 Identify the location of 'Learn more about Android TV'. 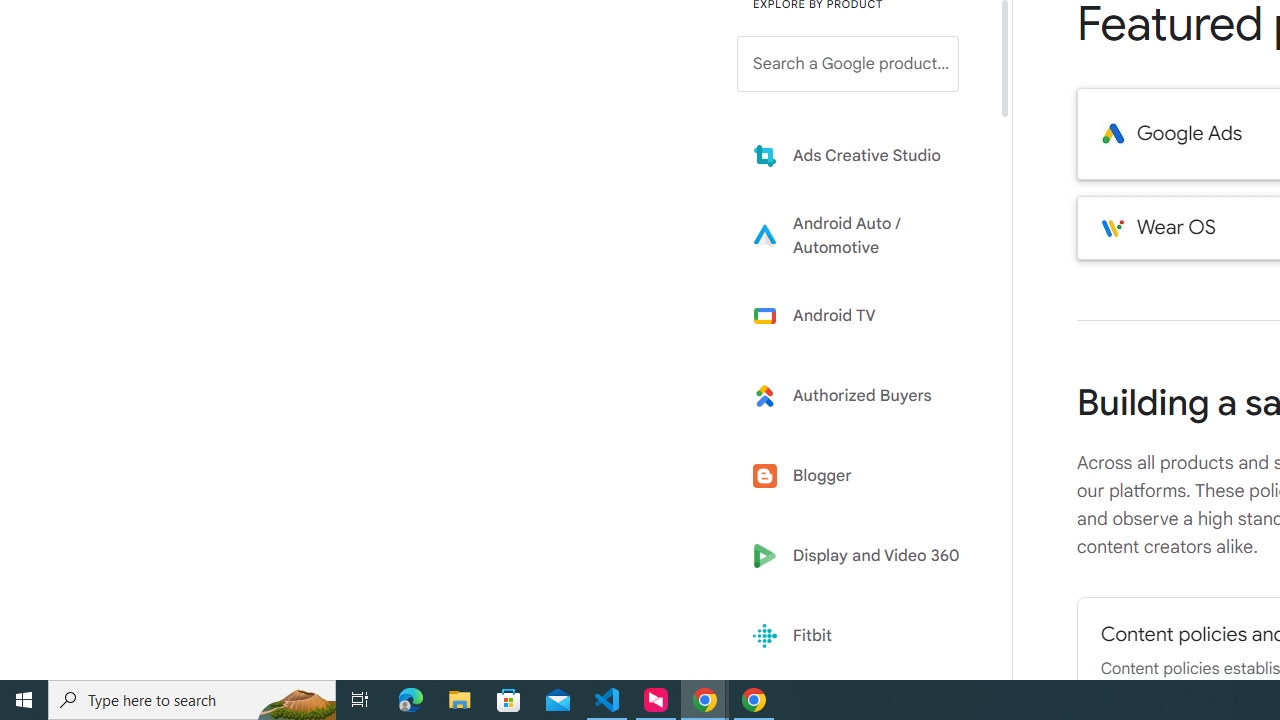
(862, 315).